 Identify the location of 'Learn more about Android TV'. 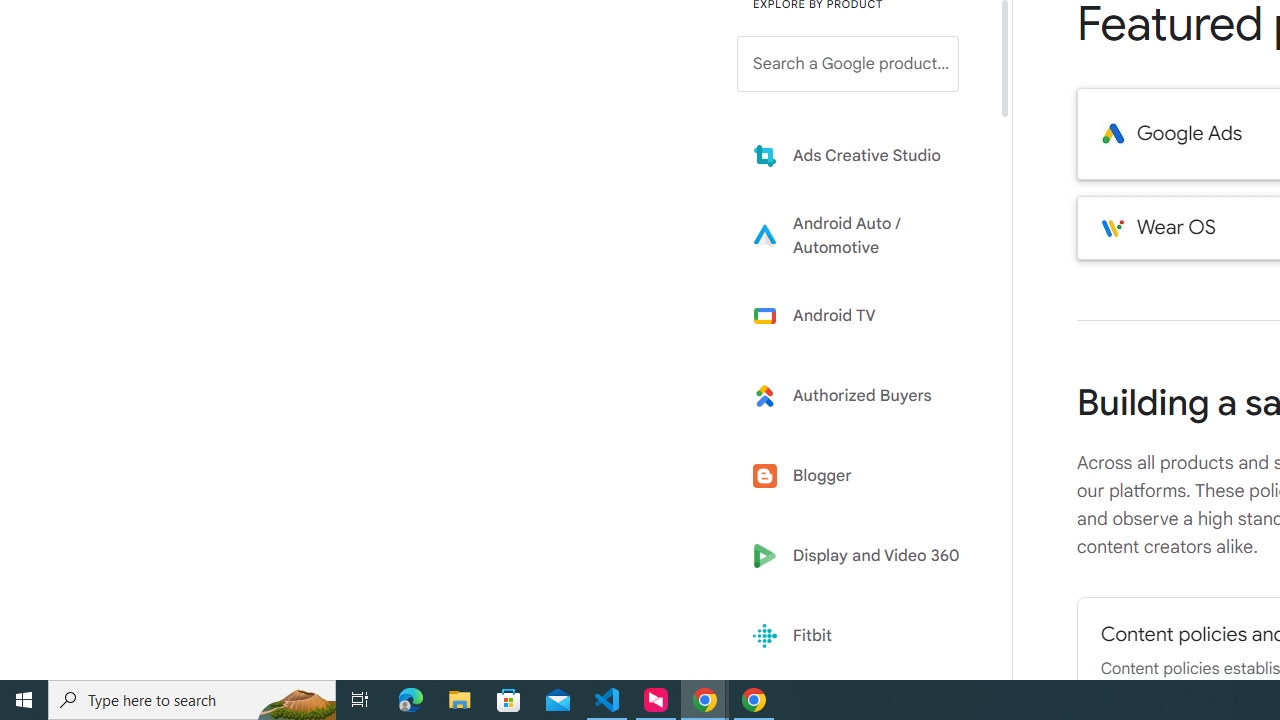
(862, 315).